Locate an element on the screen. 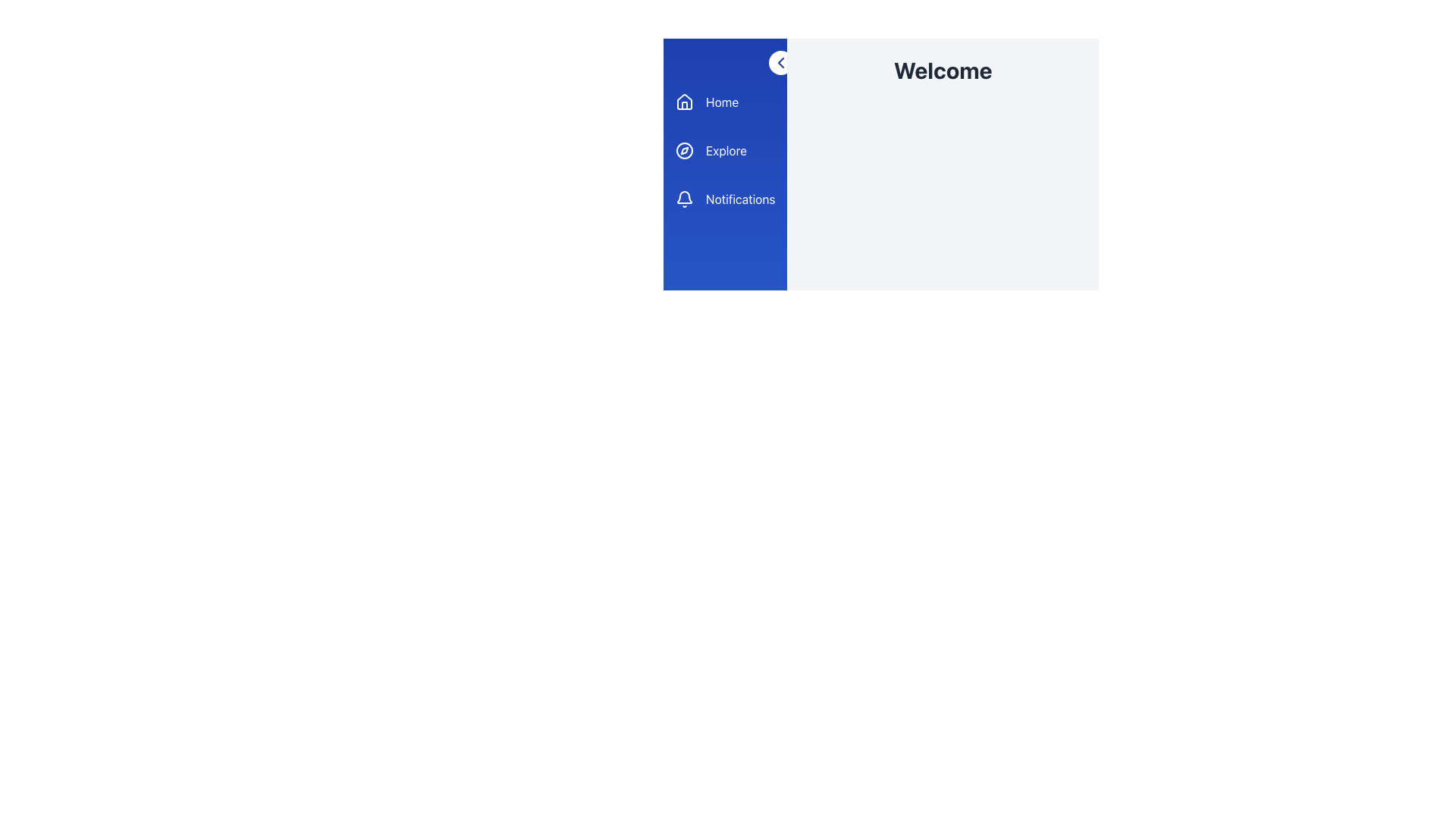 The height and width of the screenshot is (819, 1456). the 'Notifications' button, which is the third button in the vertical navigation sidebar, featuring a bell icon and white text on a blue background is located at coordinates (724, 198).